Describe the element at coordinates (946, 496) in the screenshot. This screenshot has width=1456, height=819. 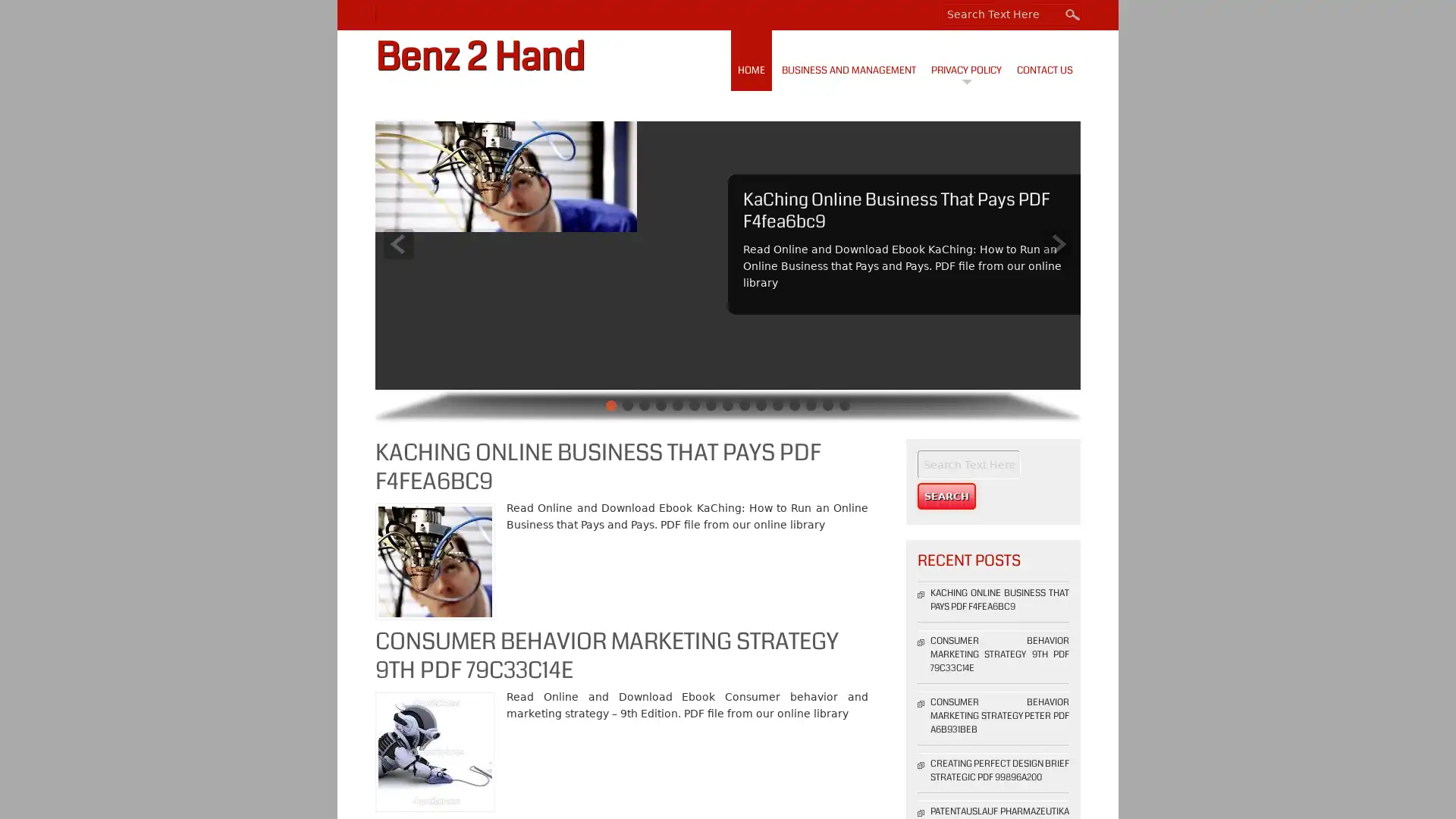
I see `Search` at that location.